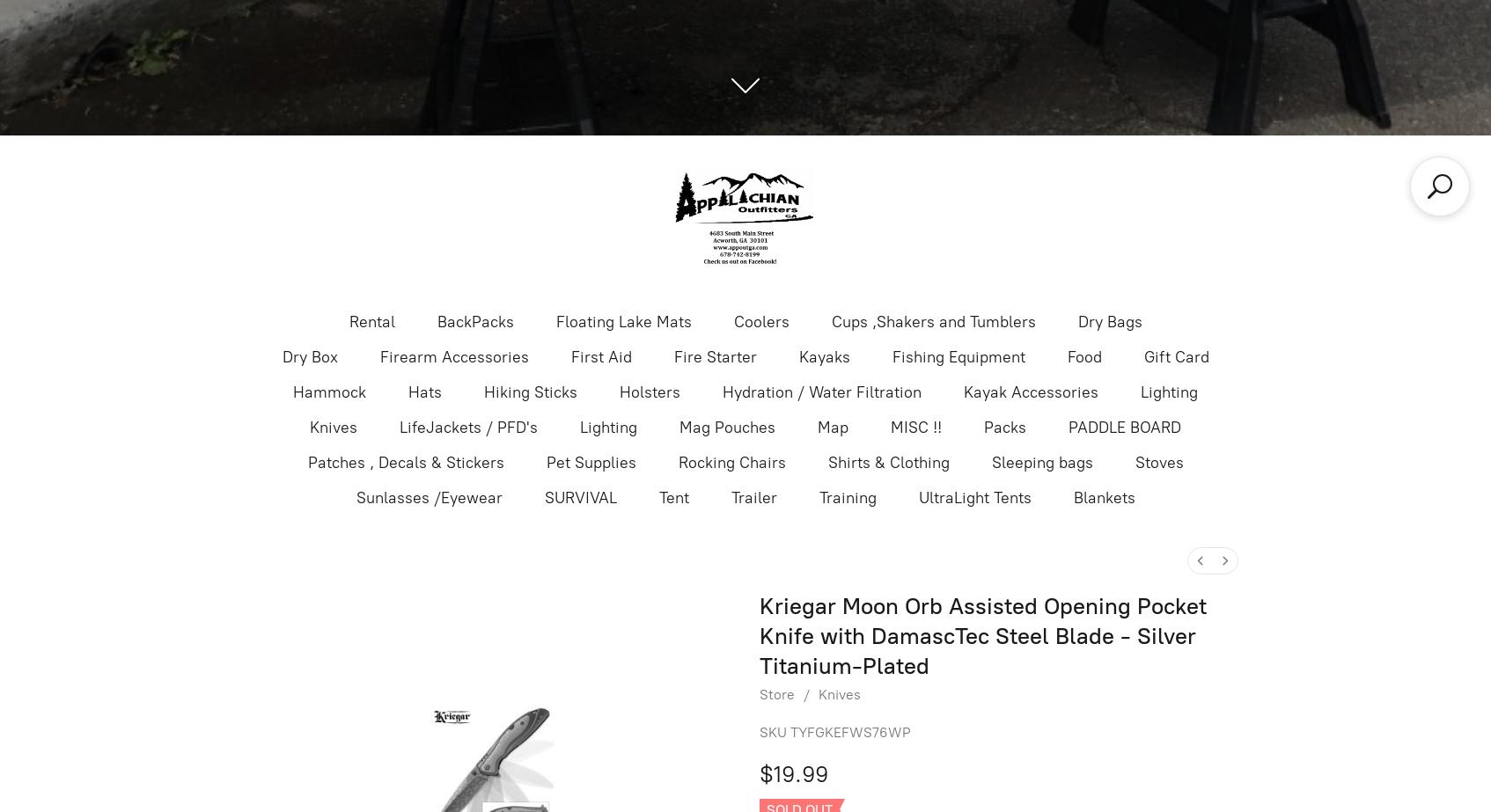 The width and height of the screenshot is (1491, 812). What do you see at coordinates (973, 496) in the screenshot?
I see `'UltraLight Tents'` at bounding box center [973, 496].